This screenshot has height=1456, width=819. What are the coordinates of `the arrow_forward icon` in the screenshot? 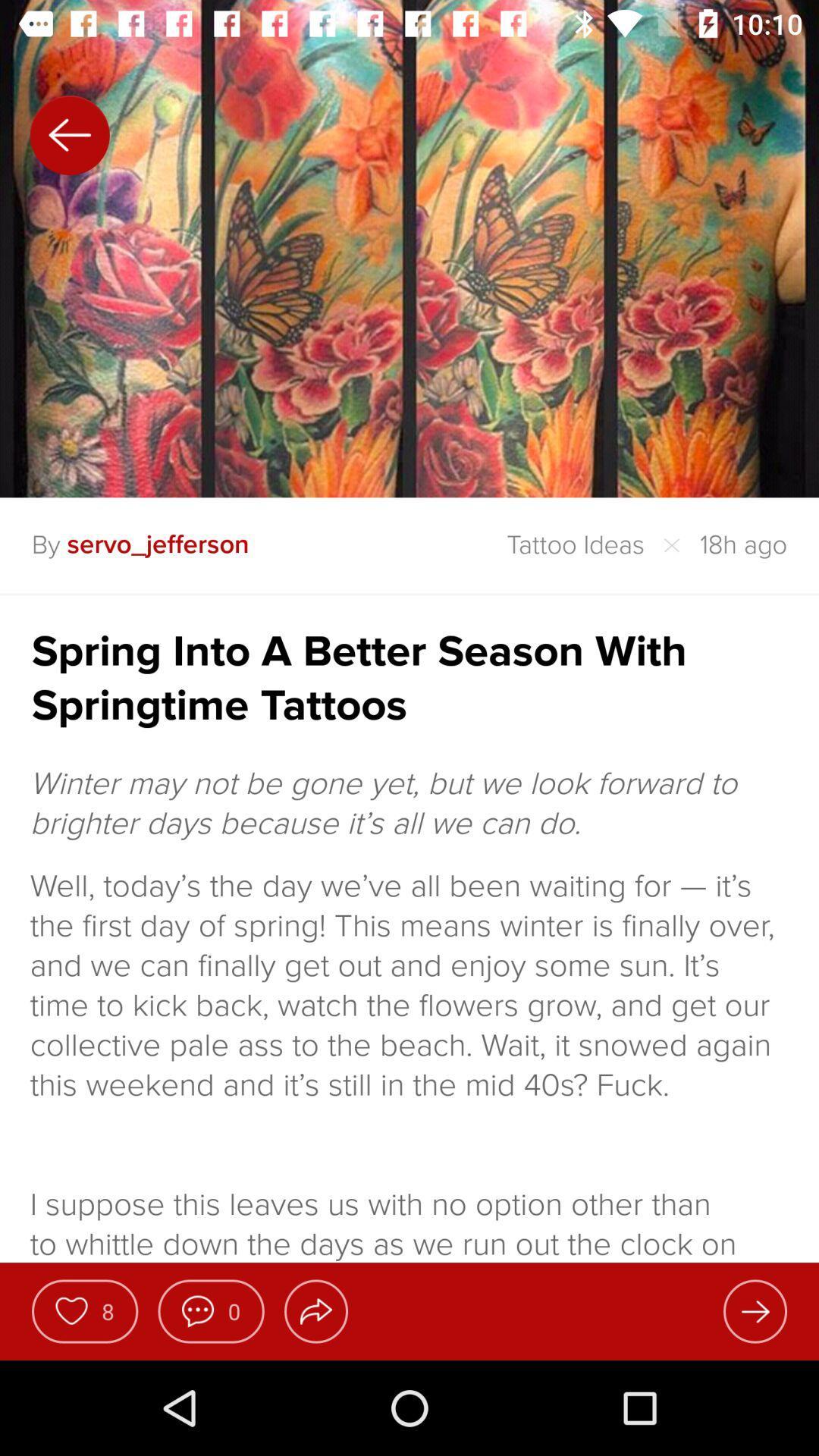 It's located at (755, 1310).